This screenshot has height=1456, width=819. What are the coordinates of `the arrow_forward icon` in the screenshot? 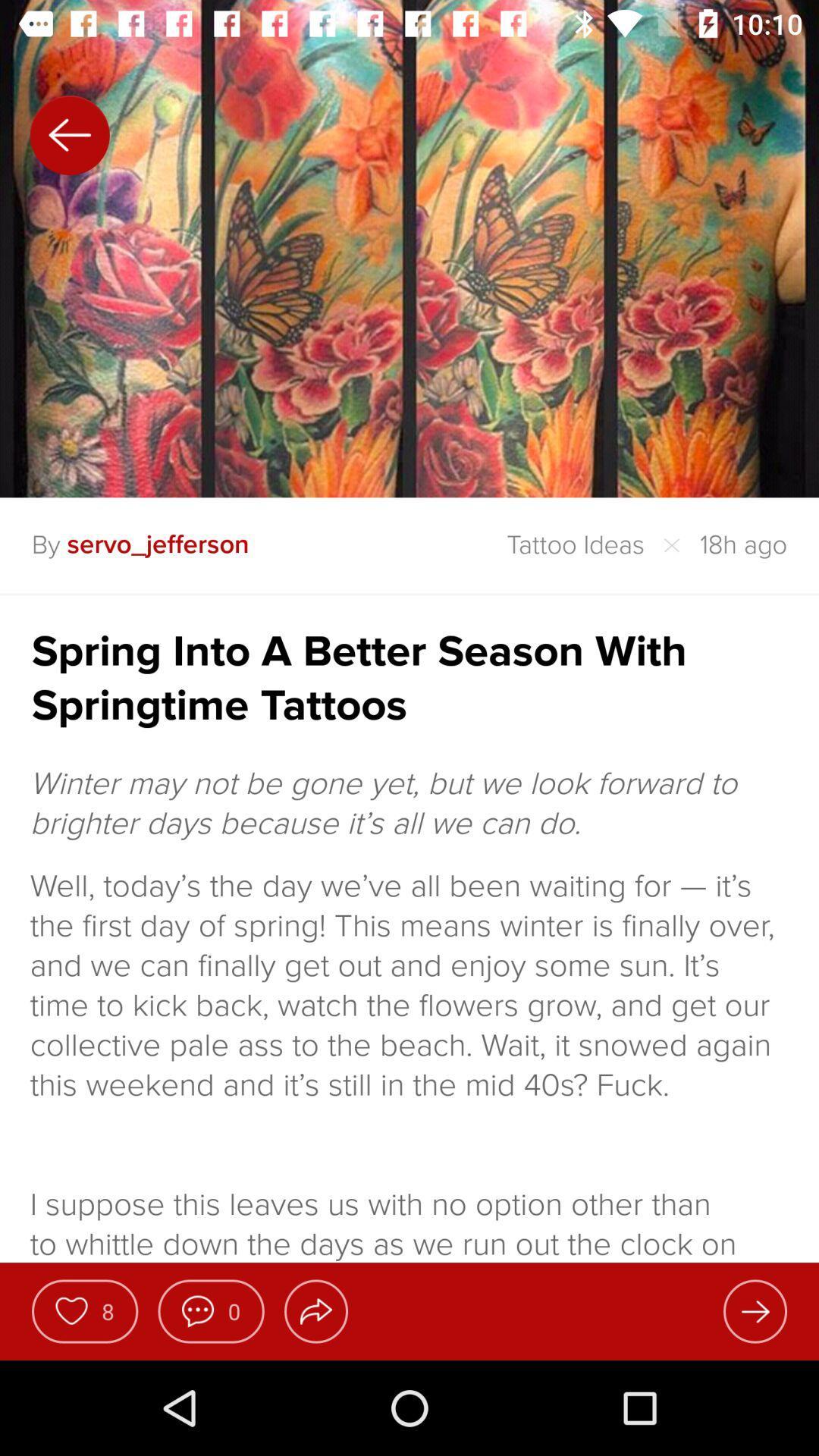 It's located at (755, 1310).